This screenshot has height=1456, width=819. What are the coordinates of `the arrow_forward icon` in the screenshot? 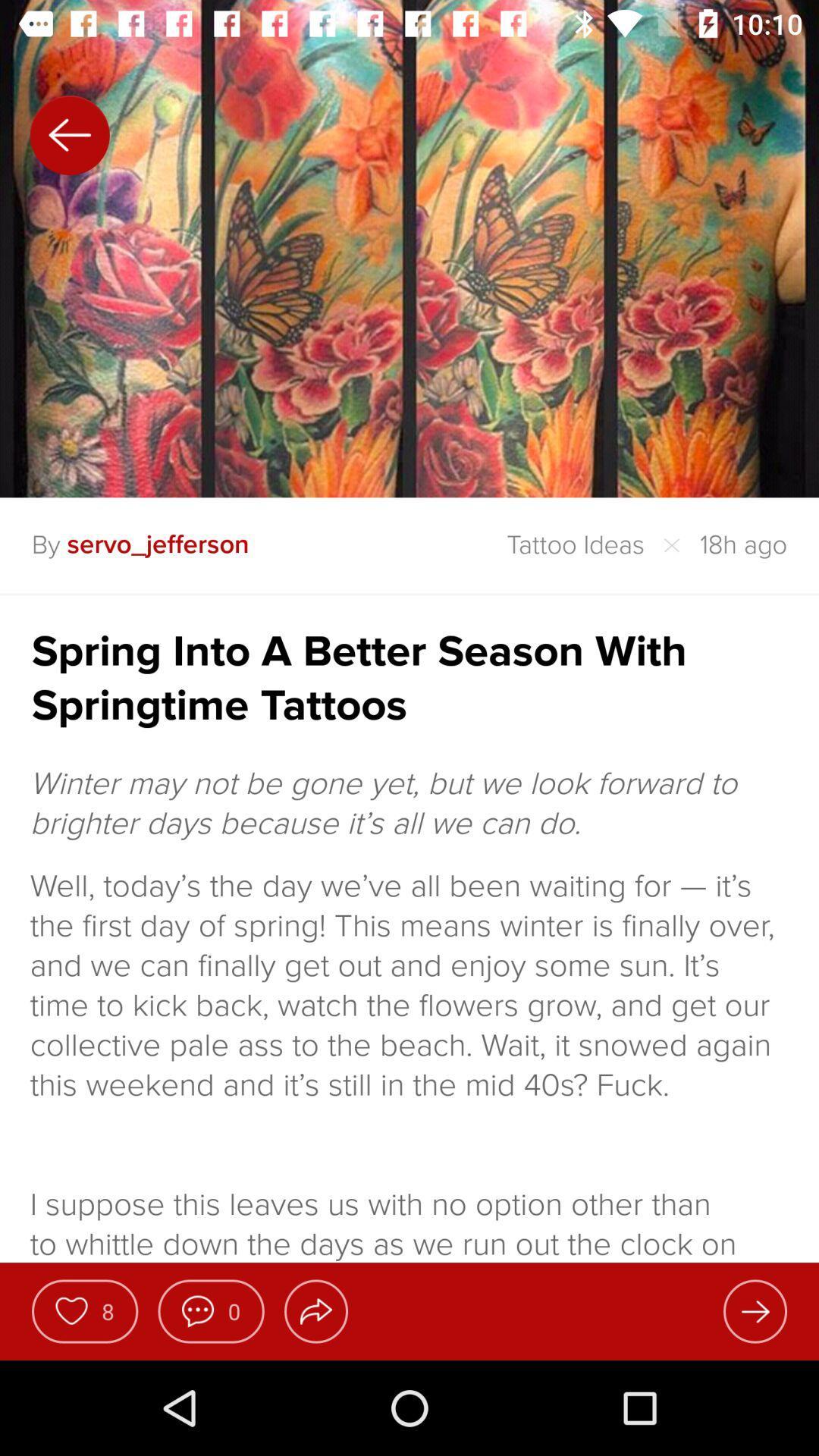 It's located at (755, 1310).